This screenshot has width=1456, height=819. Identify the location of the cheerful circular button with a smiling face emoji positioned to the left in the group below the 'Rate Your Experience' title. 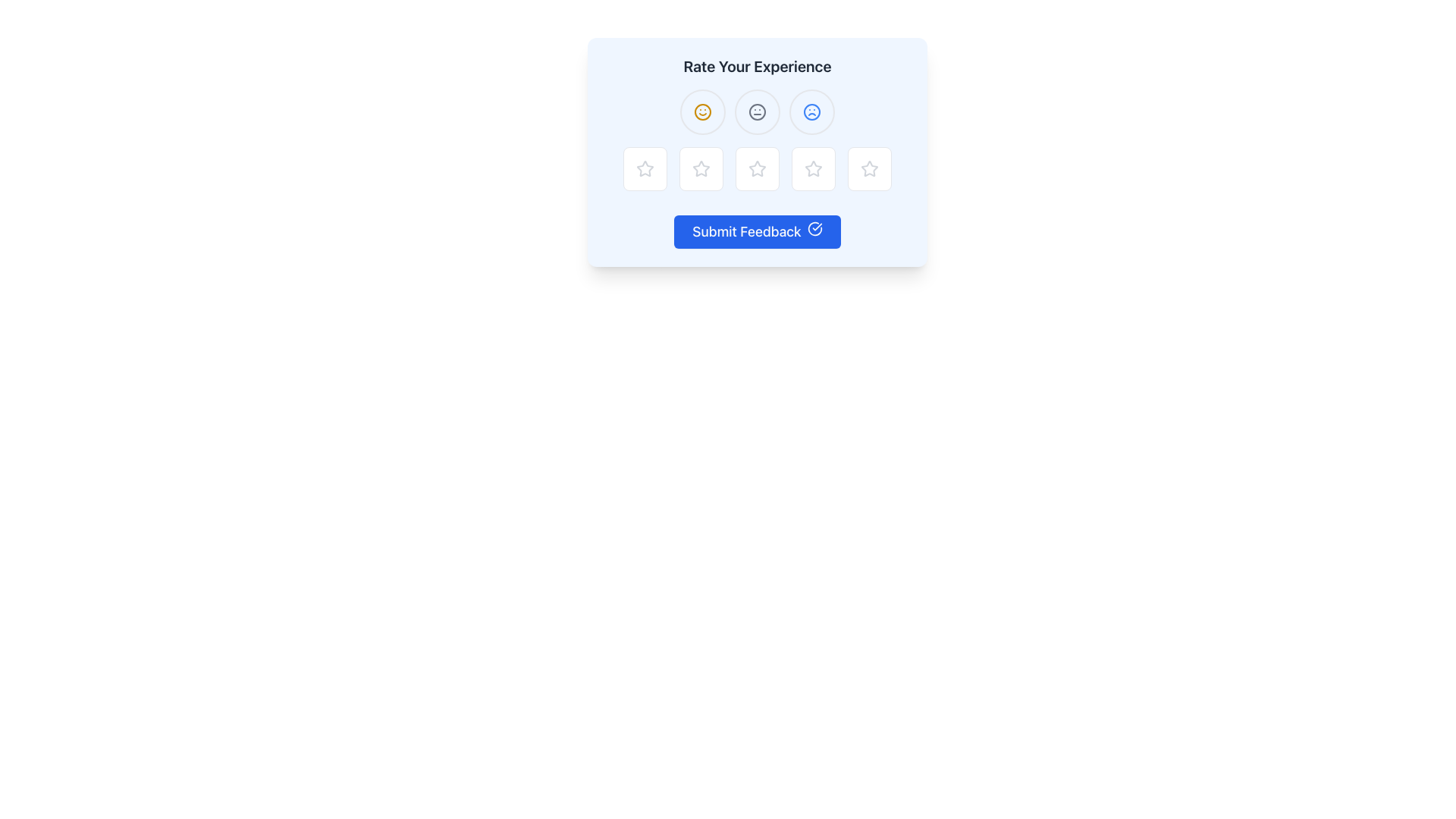
(701, 111).